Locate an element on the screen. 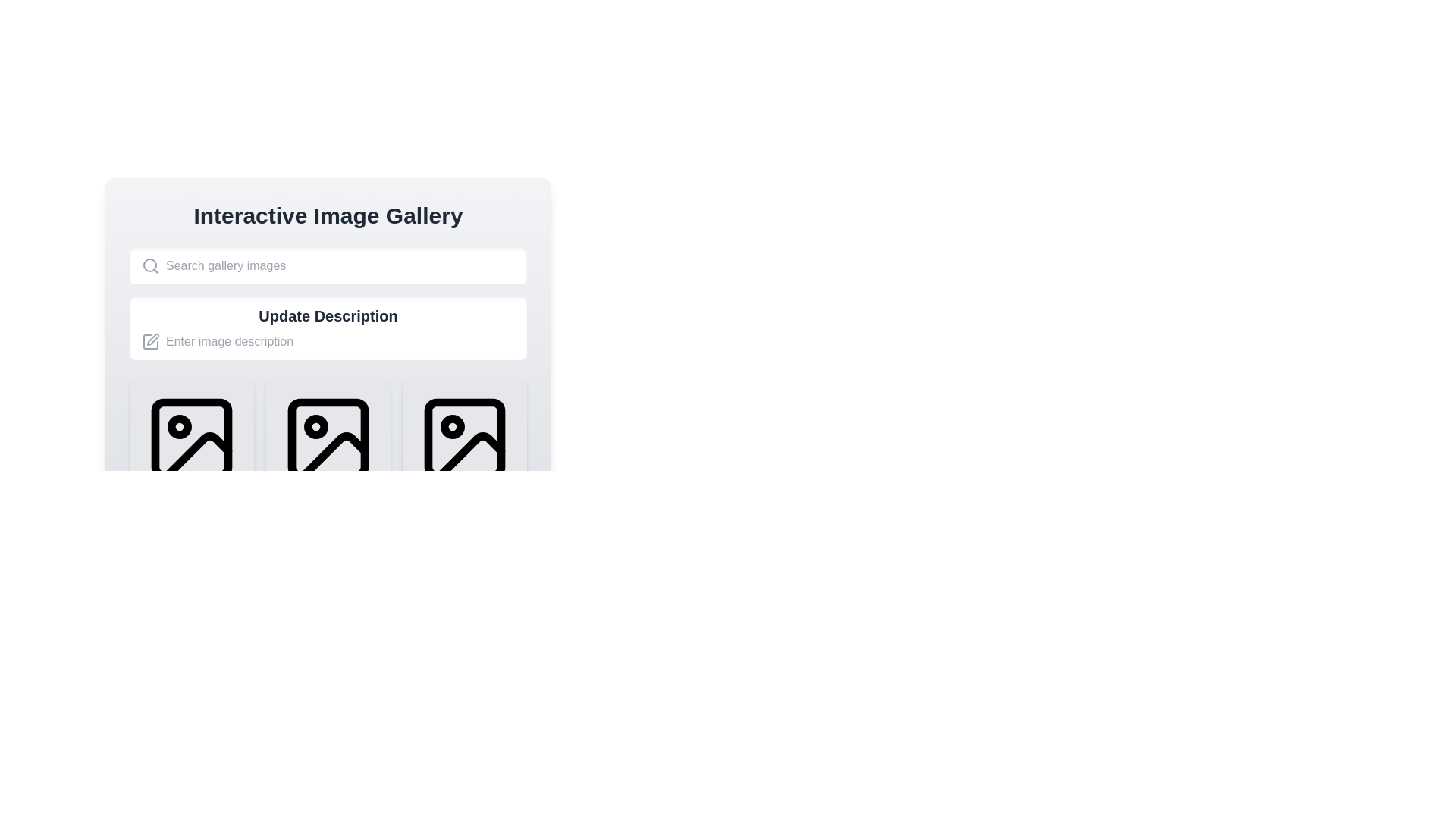 Image resolution: width=1456 pixels, height=819 pixels. the icon button located on the left side of the 'Update Description' section, adjacent to the input field for entering the image description is located at coordinates (150, 342).